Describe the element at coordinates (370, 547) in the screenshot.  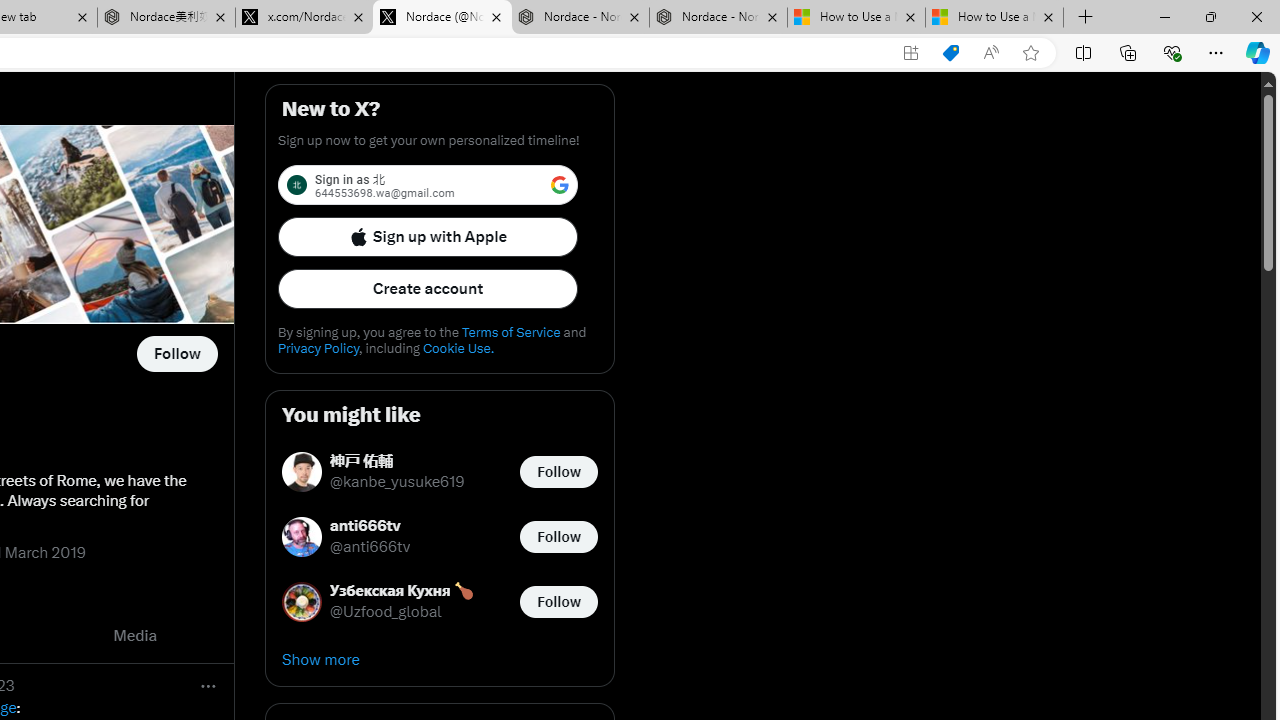
I see `'@anti666tv'` at that location.